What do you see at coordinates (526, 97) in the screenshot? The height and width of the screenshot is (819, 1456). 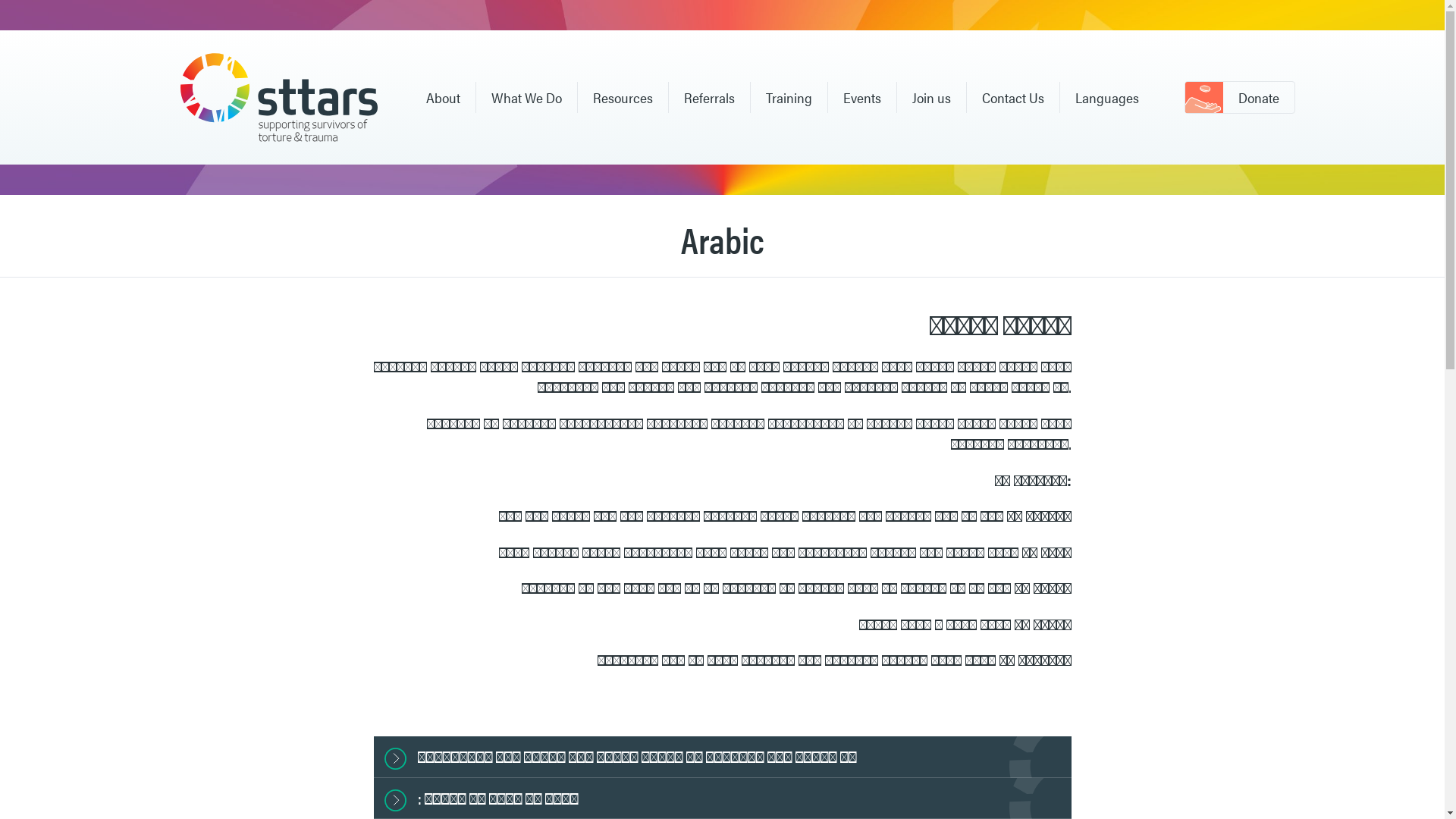 I see `'What We Do'` at bounding box center [526, 97].